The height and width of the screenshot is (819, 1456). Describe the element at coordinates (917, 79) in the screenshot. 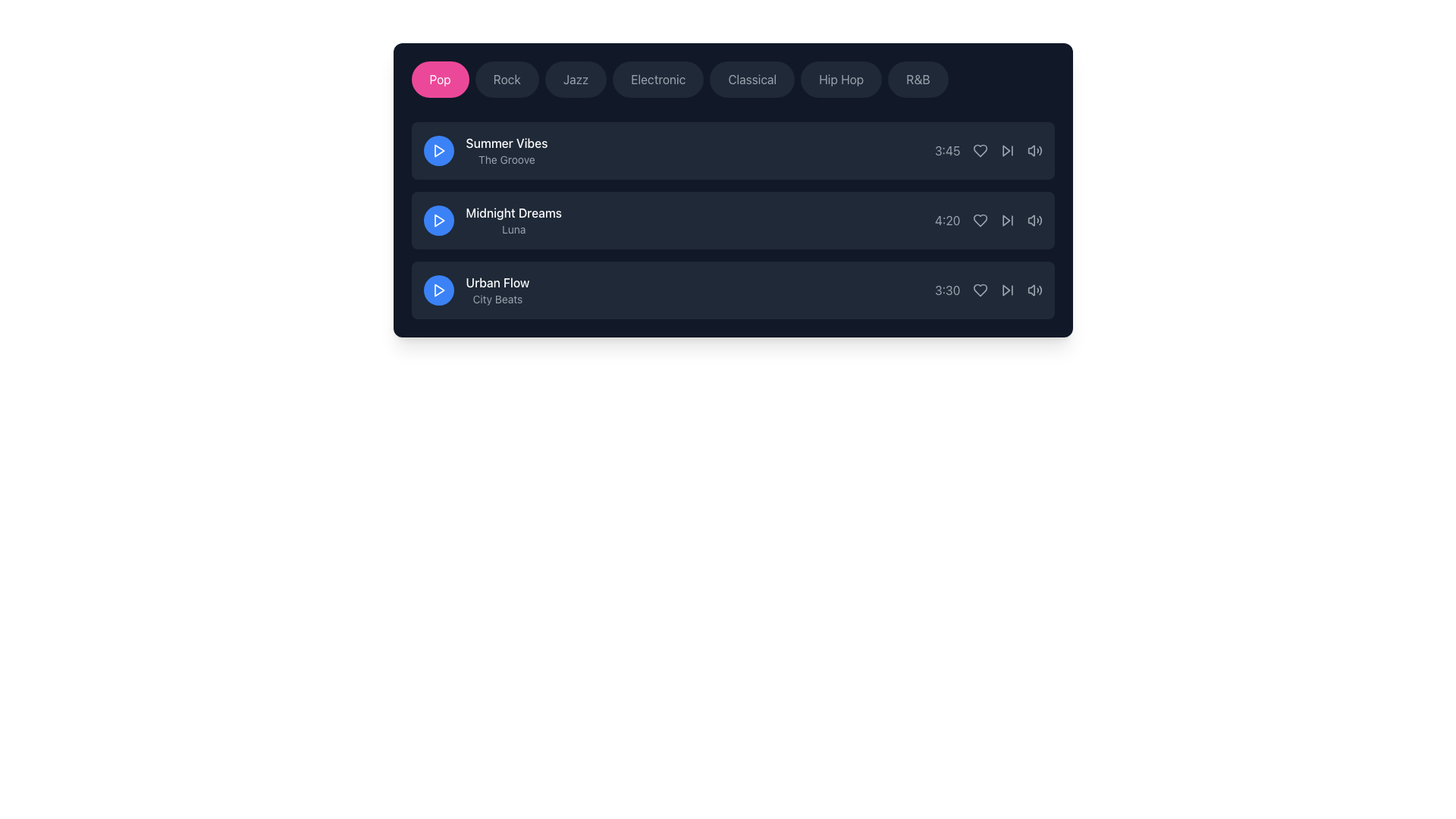

I see `the 'R&B' pill-shaped button with dark background and light gray text` at that location.